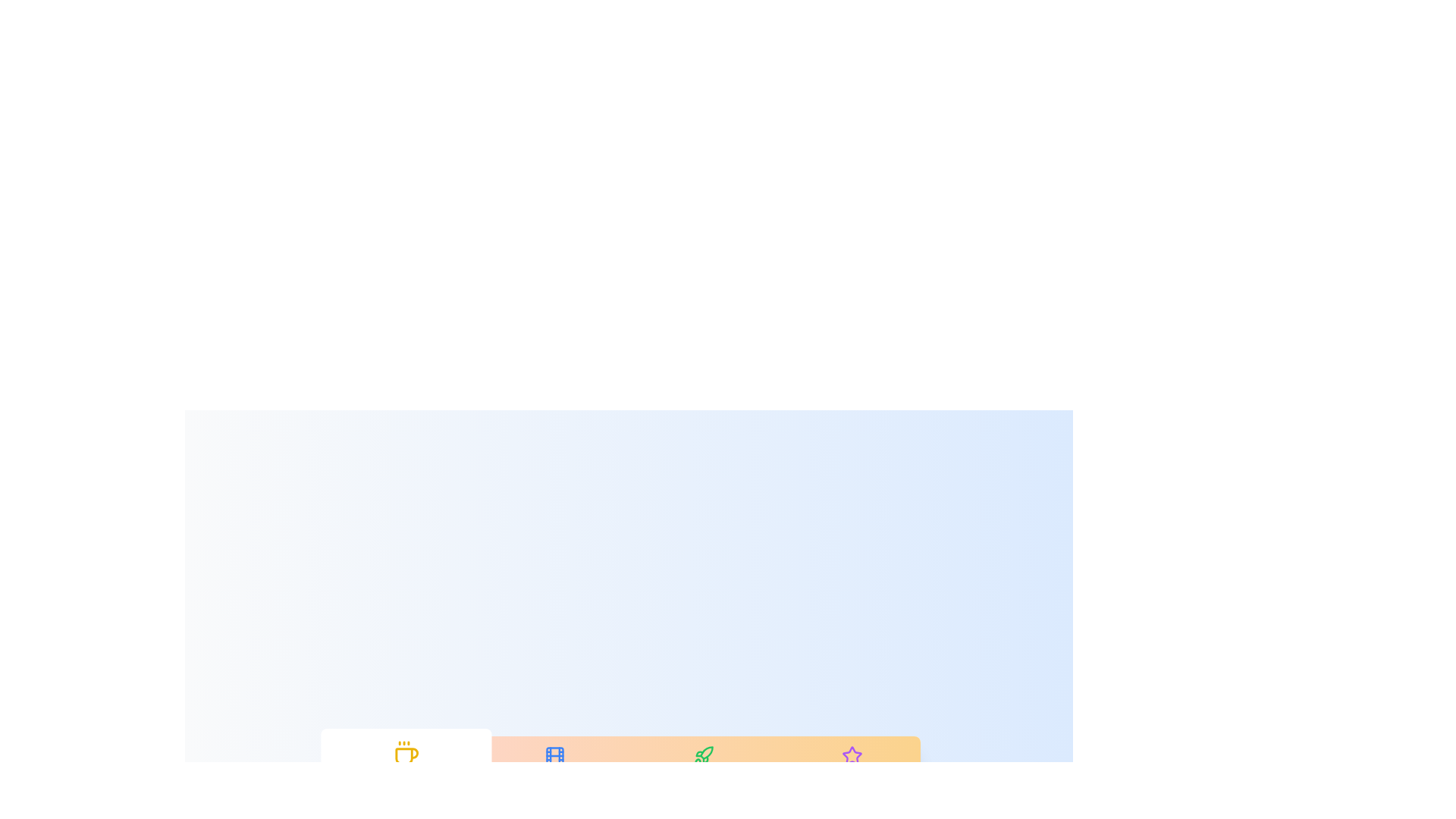 The image size is (1456, 819). I want to click on the tab labeled Movies to observe hover effects, so click(554, 766).